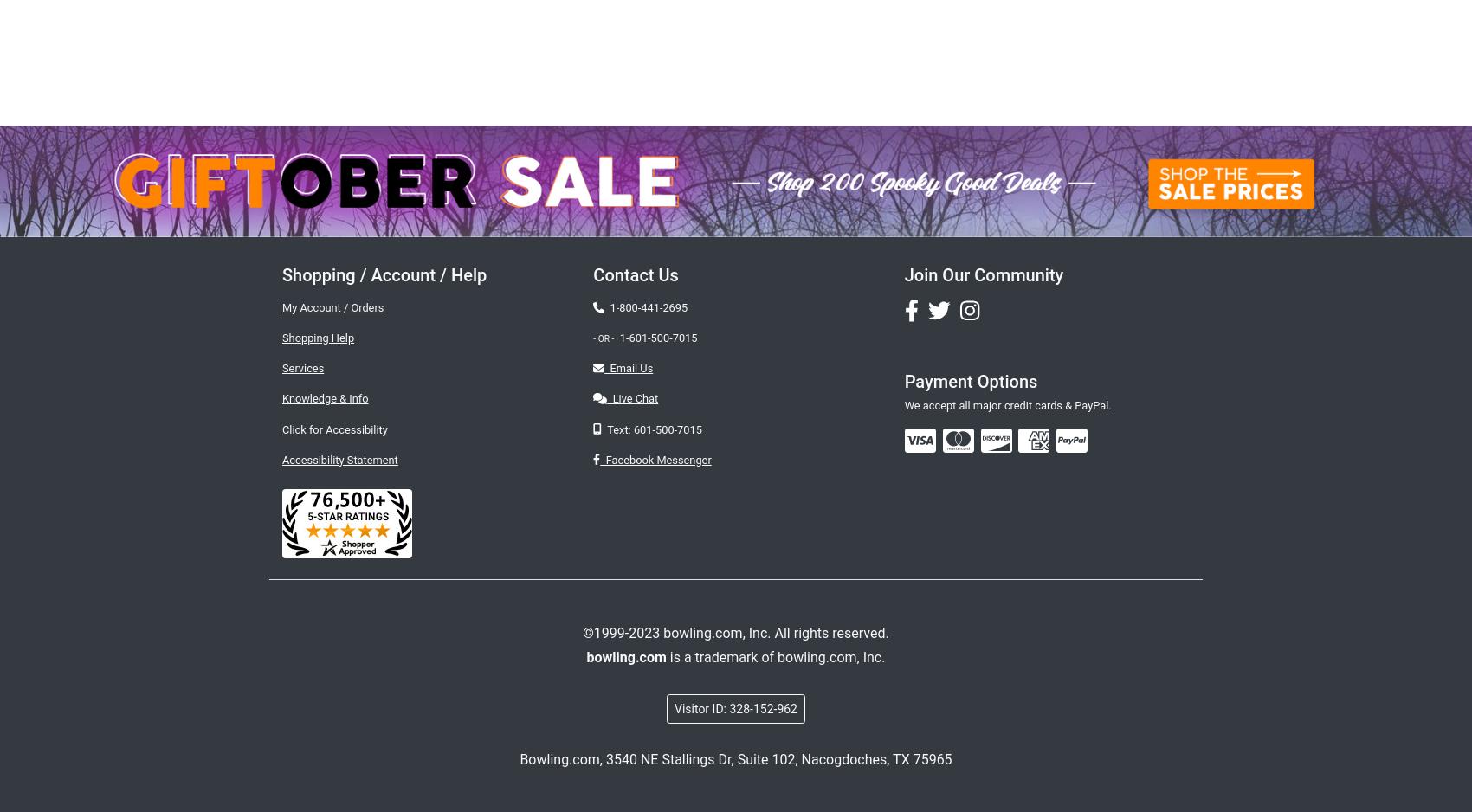 Image resolution: width=1472 pixels, height=812 pixels. I want to click on 'My Account / Orders', so click(332, 306).